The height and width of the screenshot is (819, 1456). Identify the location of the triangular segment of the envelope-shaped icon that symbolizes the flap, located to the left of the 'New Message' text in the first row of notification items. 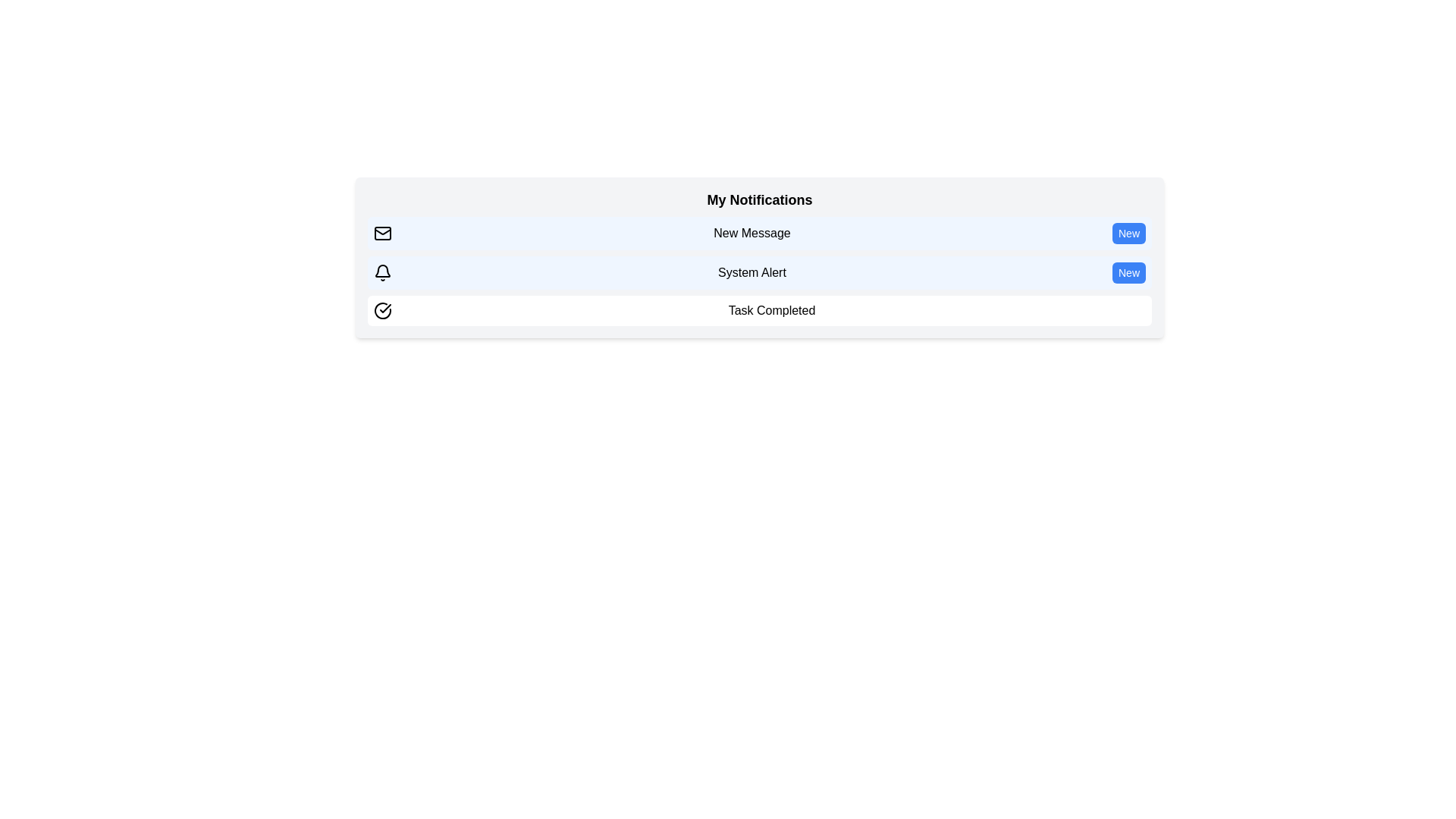
(382, 231).